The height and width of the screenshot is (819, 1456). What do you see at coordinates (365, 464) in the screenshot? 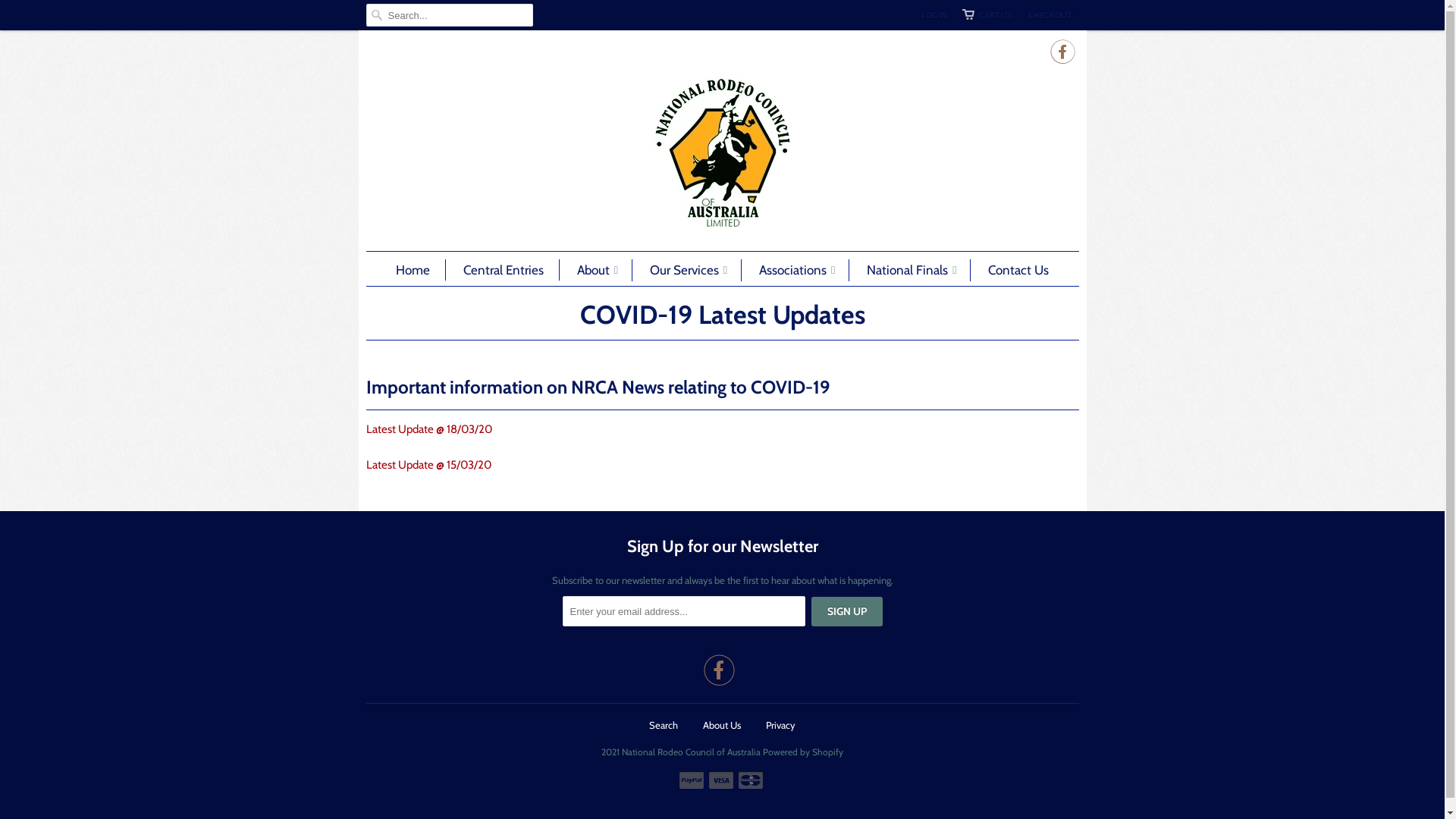
I see `'Latest Update @ 15/03/20'` at bounding box center [365, 464].